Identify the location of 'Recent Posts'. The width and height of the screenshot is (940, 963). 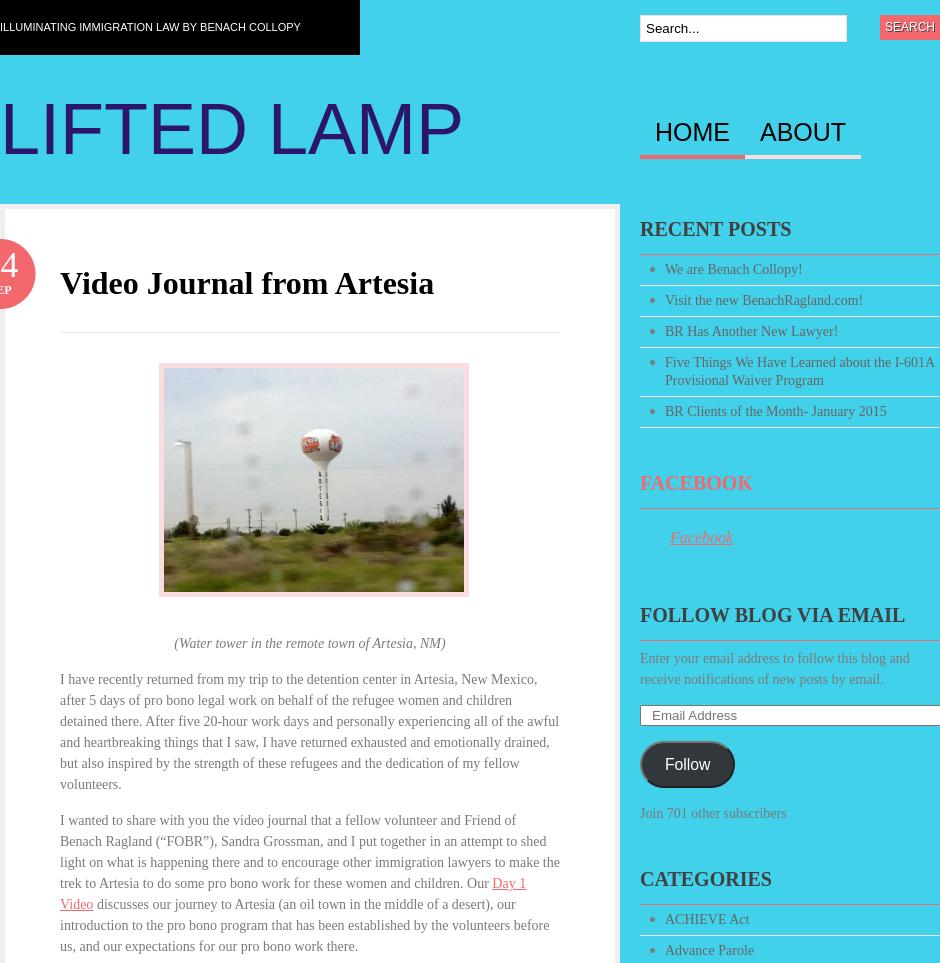
(715, 229).